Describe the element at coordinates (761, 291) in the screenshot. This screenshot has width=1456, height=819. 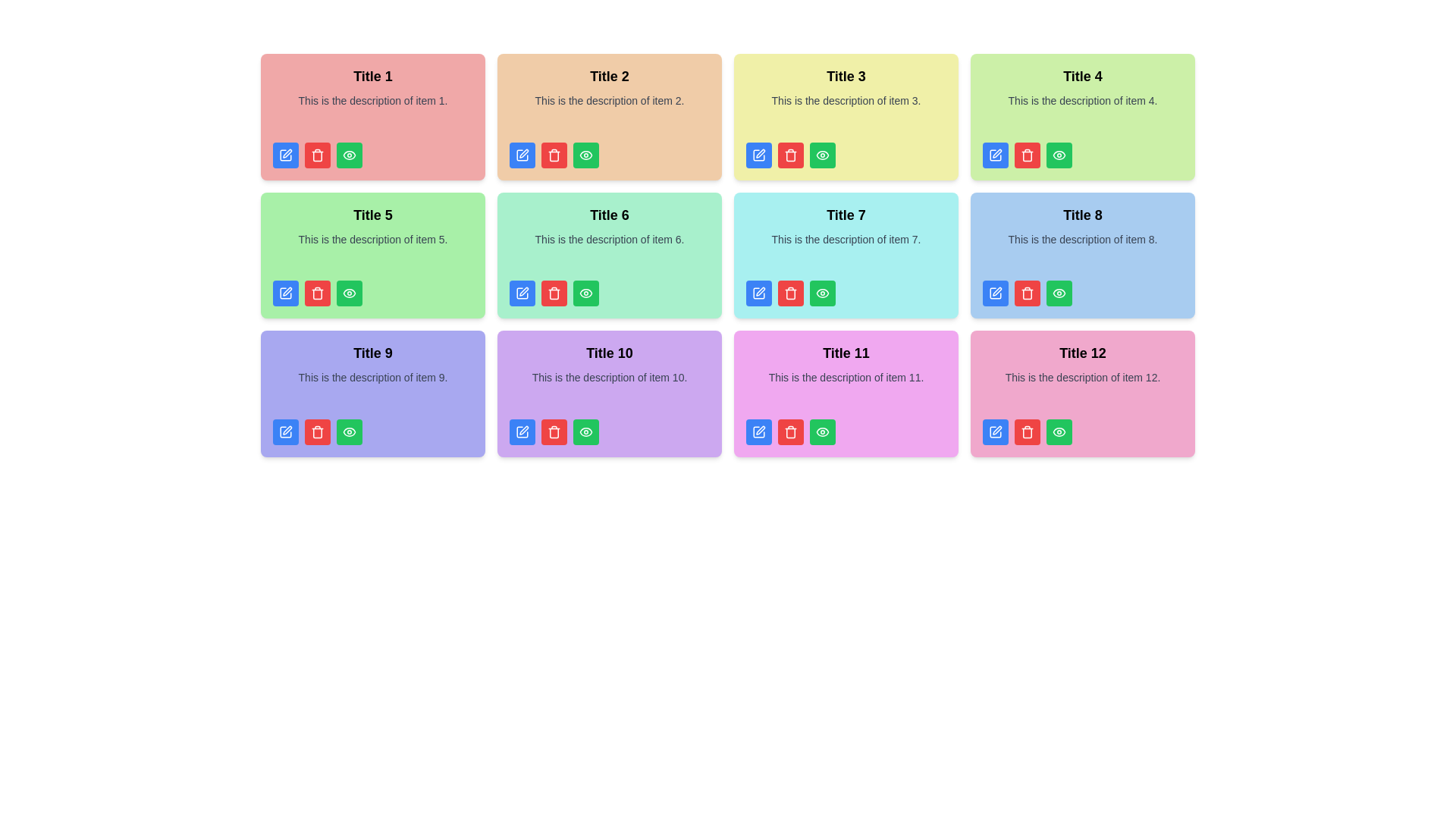
I see `the leftmost action icon, a small vector graphic resembling a pen, located in the bottom left of each item card` at that location.